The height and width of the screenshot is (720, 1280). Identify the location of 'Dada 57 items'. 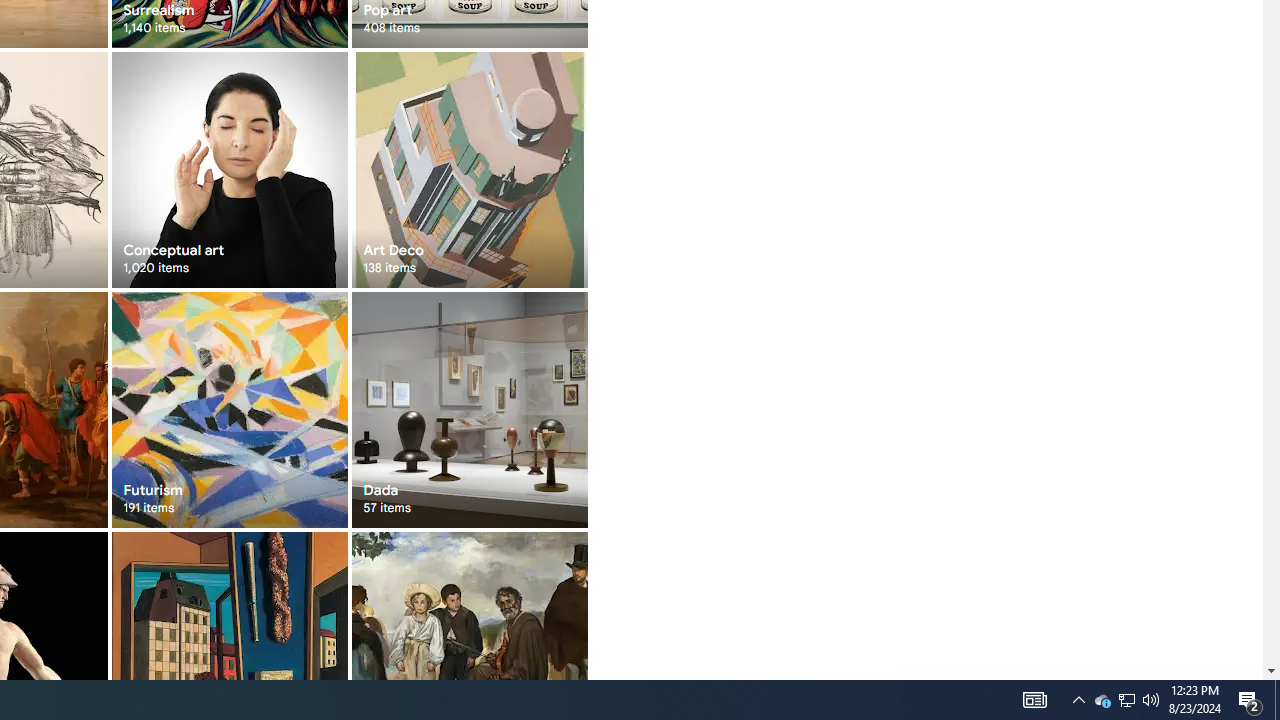
(468, 409).